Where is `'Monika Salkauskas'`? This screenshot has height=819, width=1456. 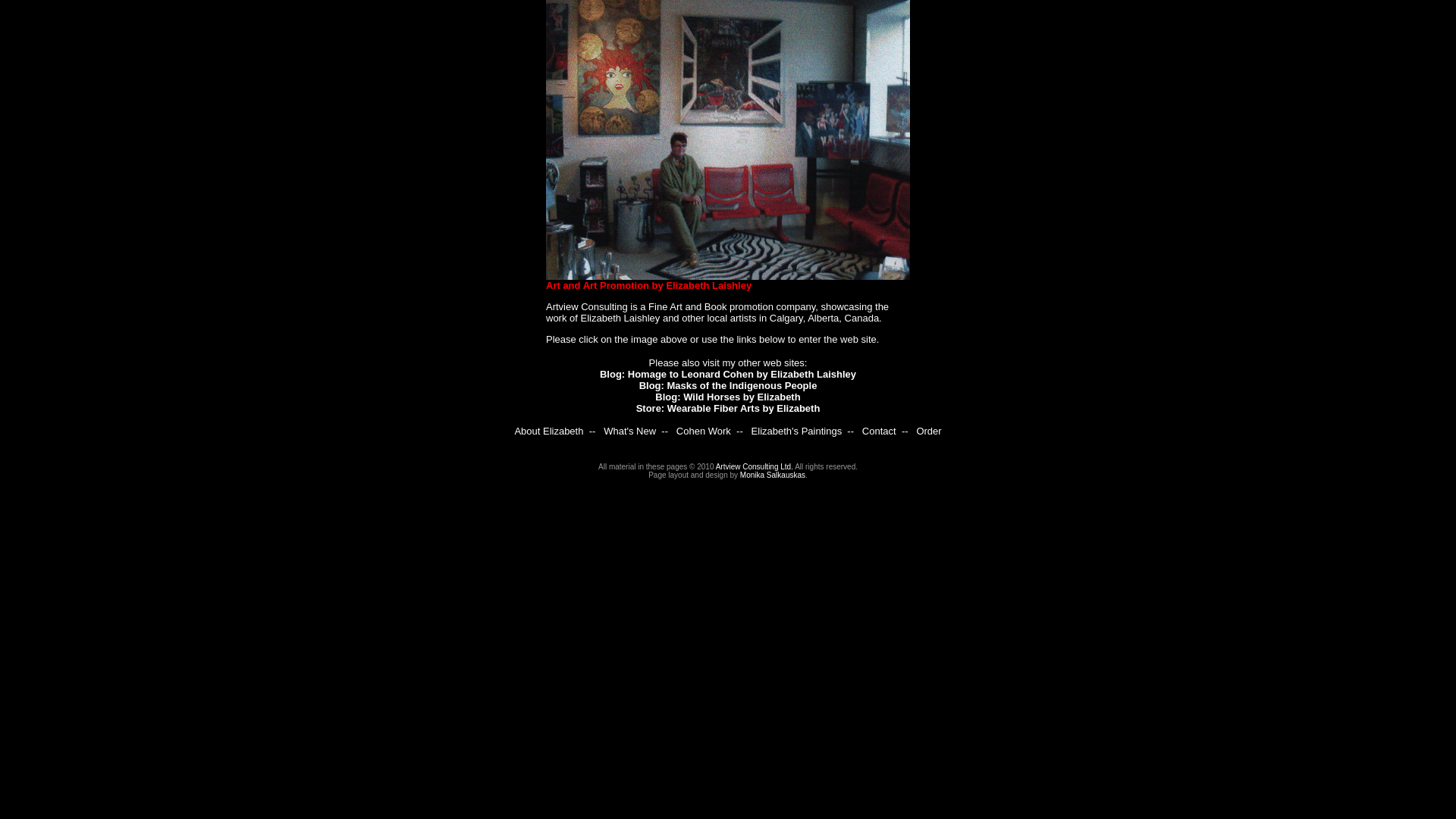
'Monika Salkauskas' is located at coordinates (739, 474).